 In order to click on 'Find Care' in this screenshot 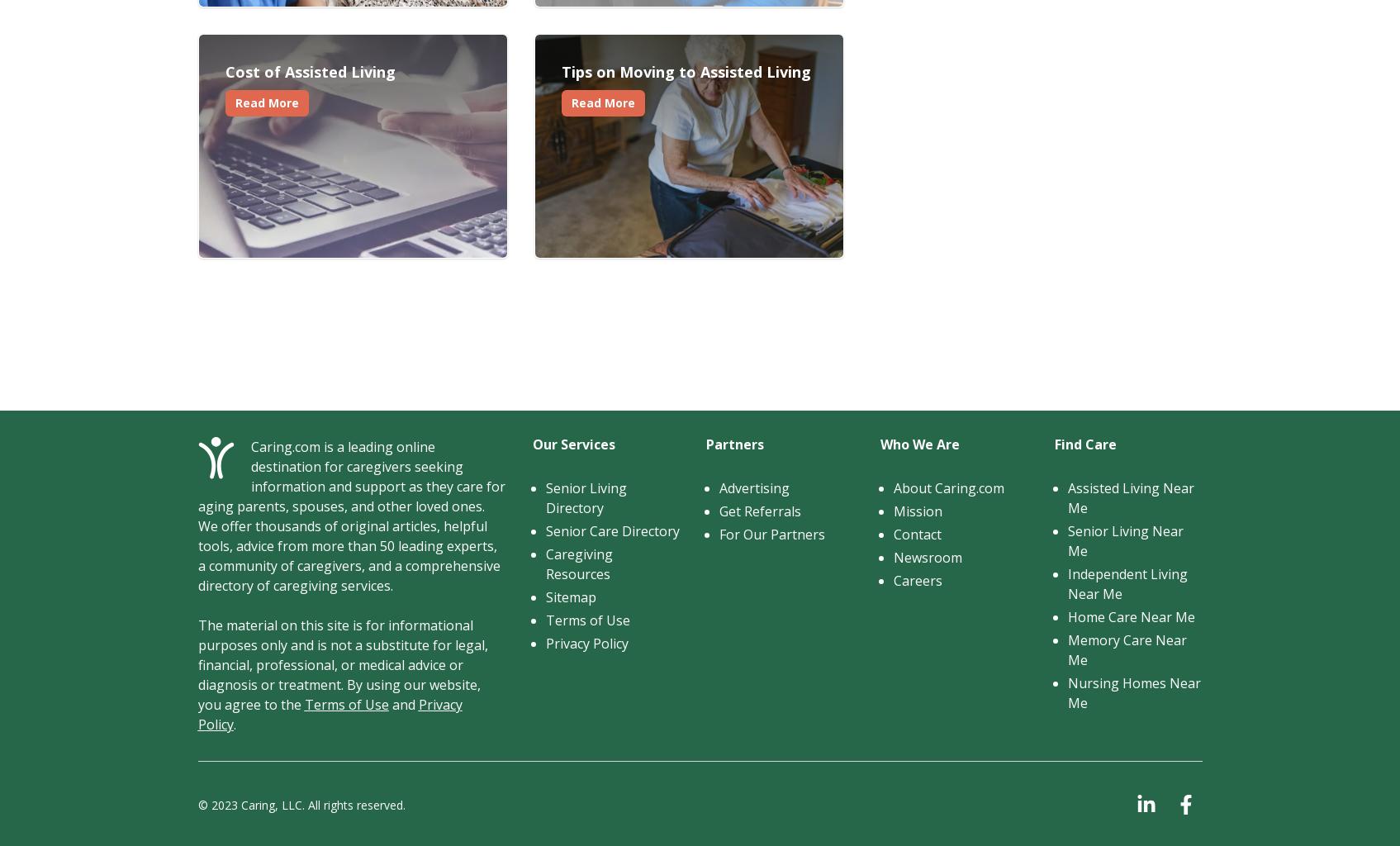, I will do `click(1084, 444)`.